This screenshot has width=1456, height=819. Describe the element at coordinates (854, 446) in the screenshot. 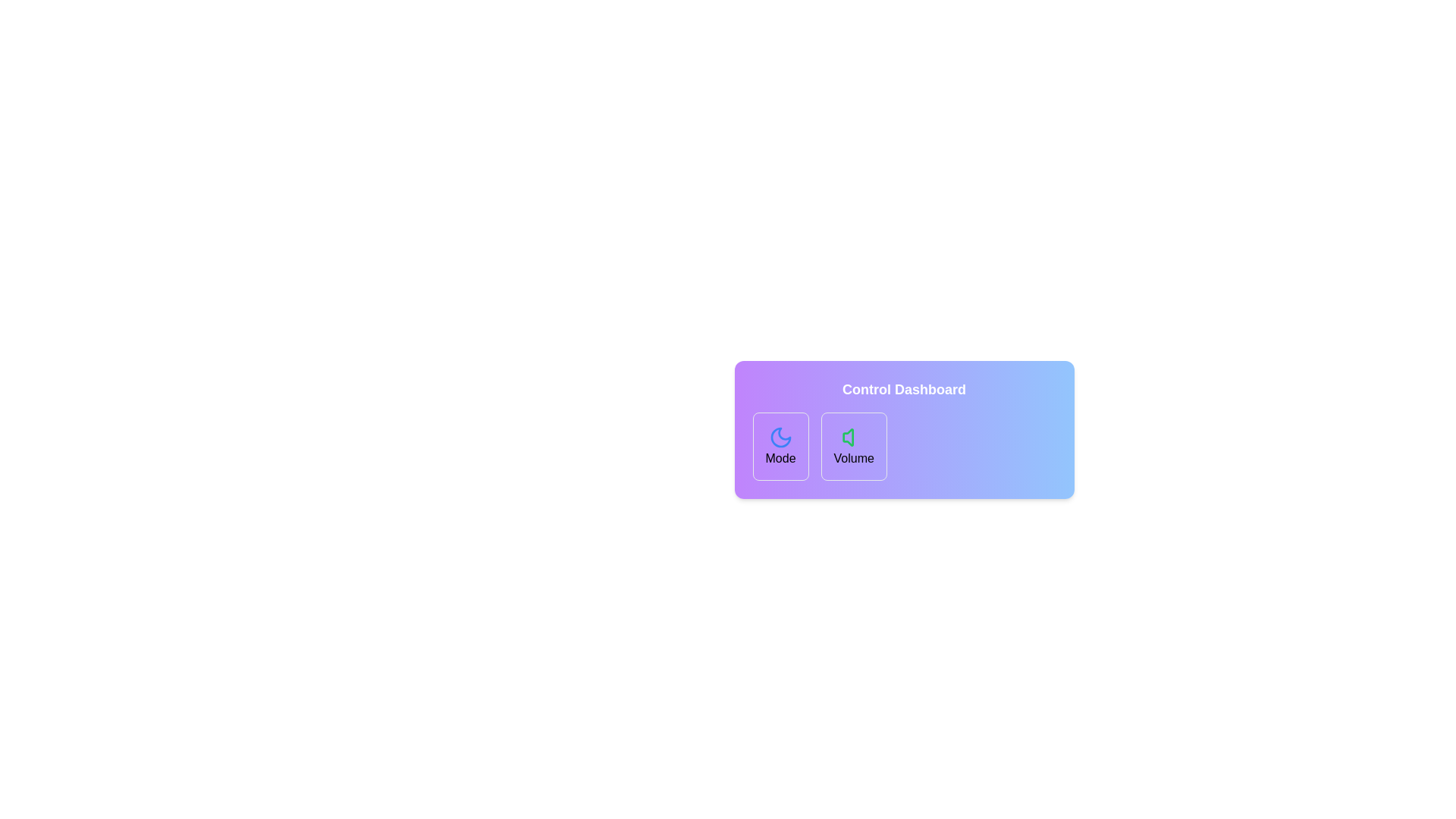

I see `the Volume button to toggle its state` at that location.